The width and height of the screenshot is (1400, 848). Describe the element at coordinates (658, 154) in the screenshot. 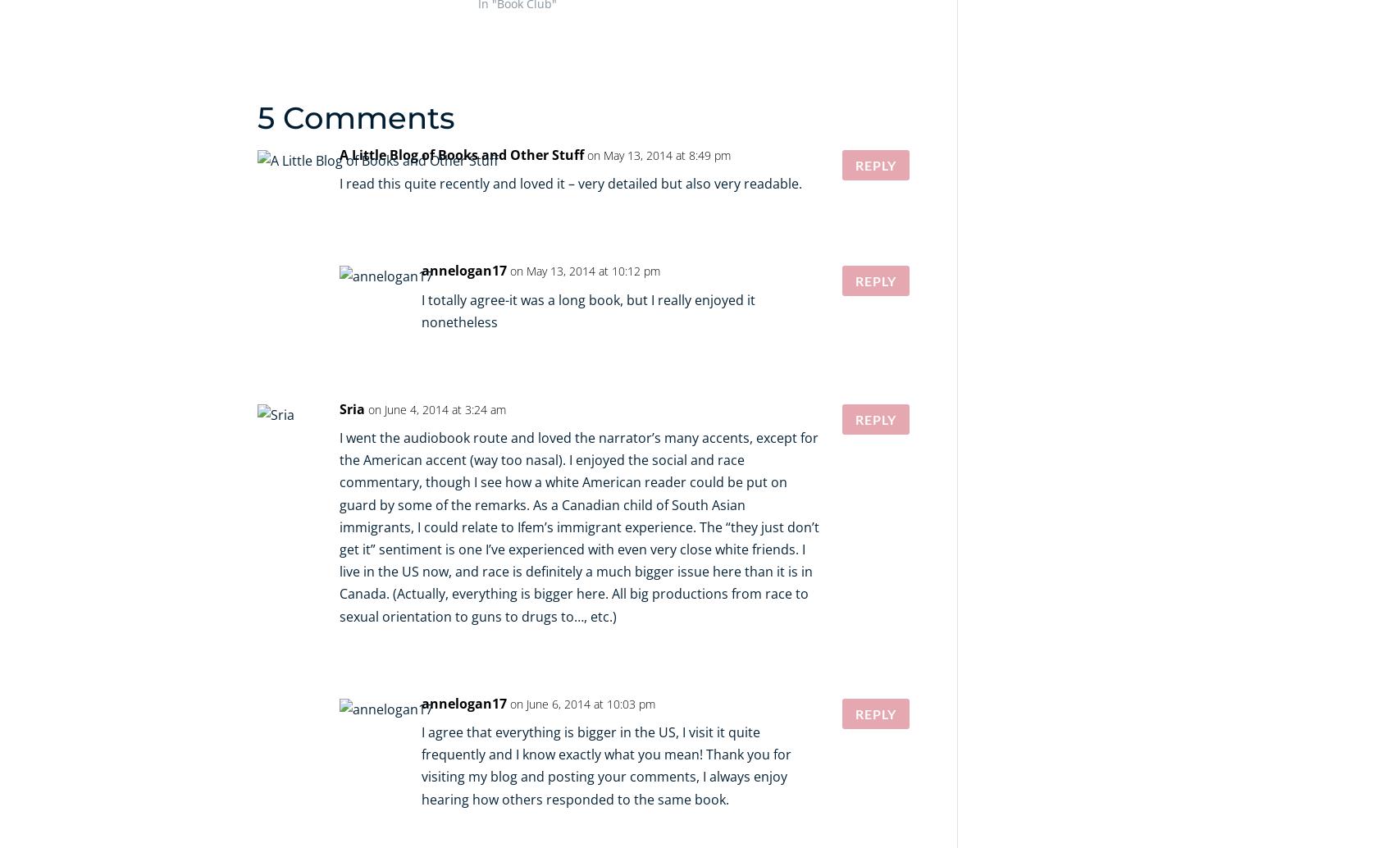

I see `'on May 13, 2014 at 8:49 pm'` at that location.